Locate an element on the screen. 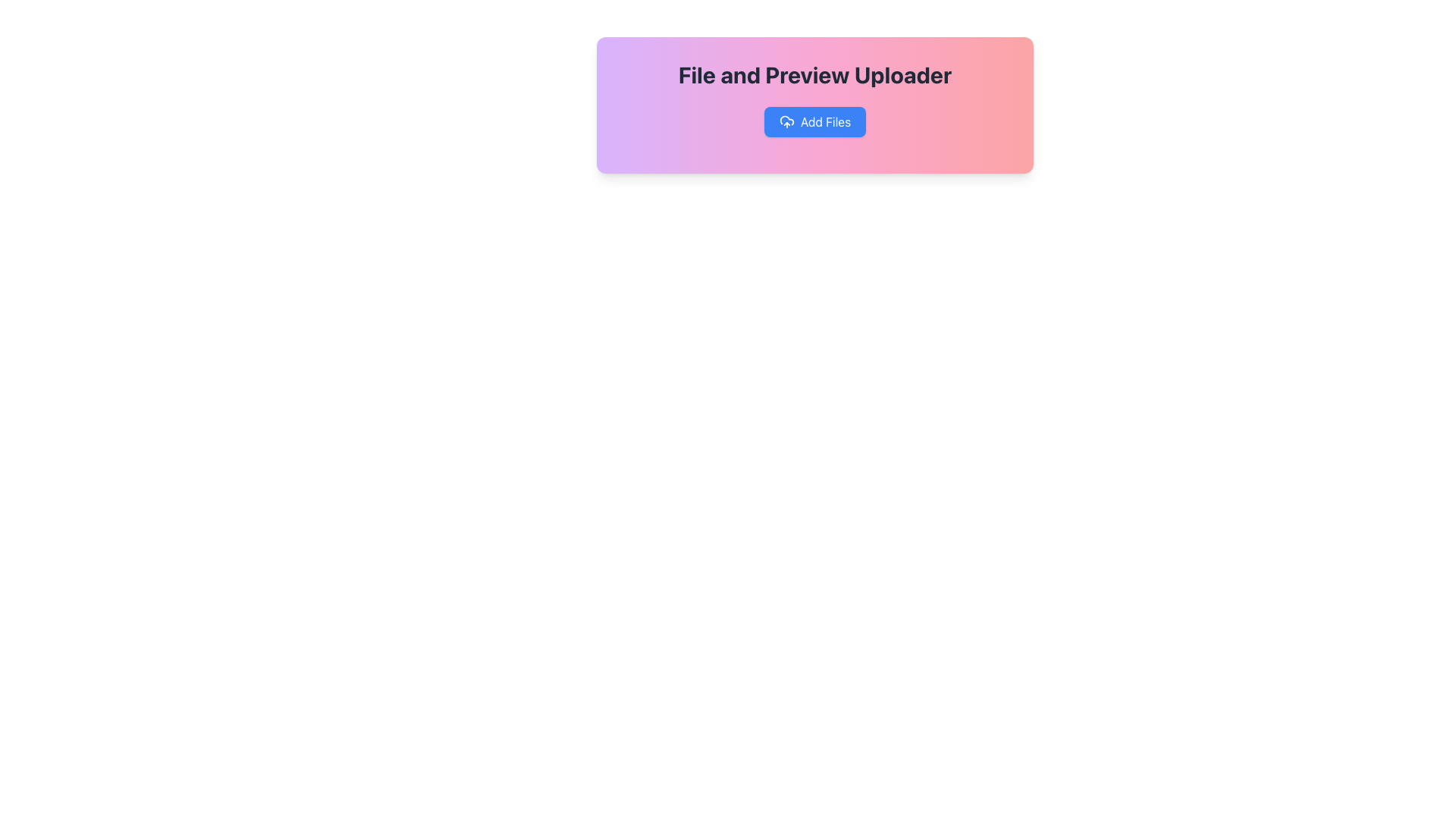 This screenshot has width=1456, height=819. the button located in the panel with a gradient background, between the heading 'File and Preview Uploader' and the space for file previews is located at coordinates (814, 121).